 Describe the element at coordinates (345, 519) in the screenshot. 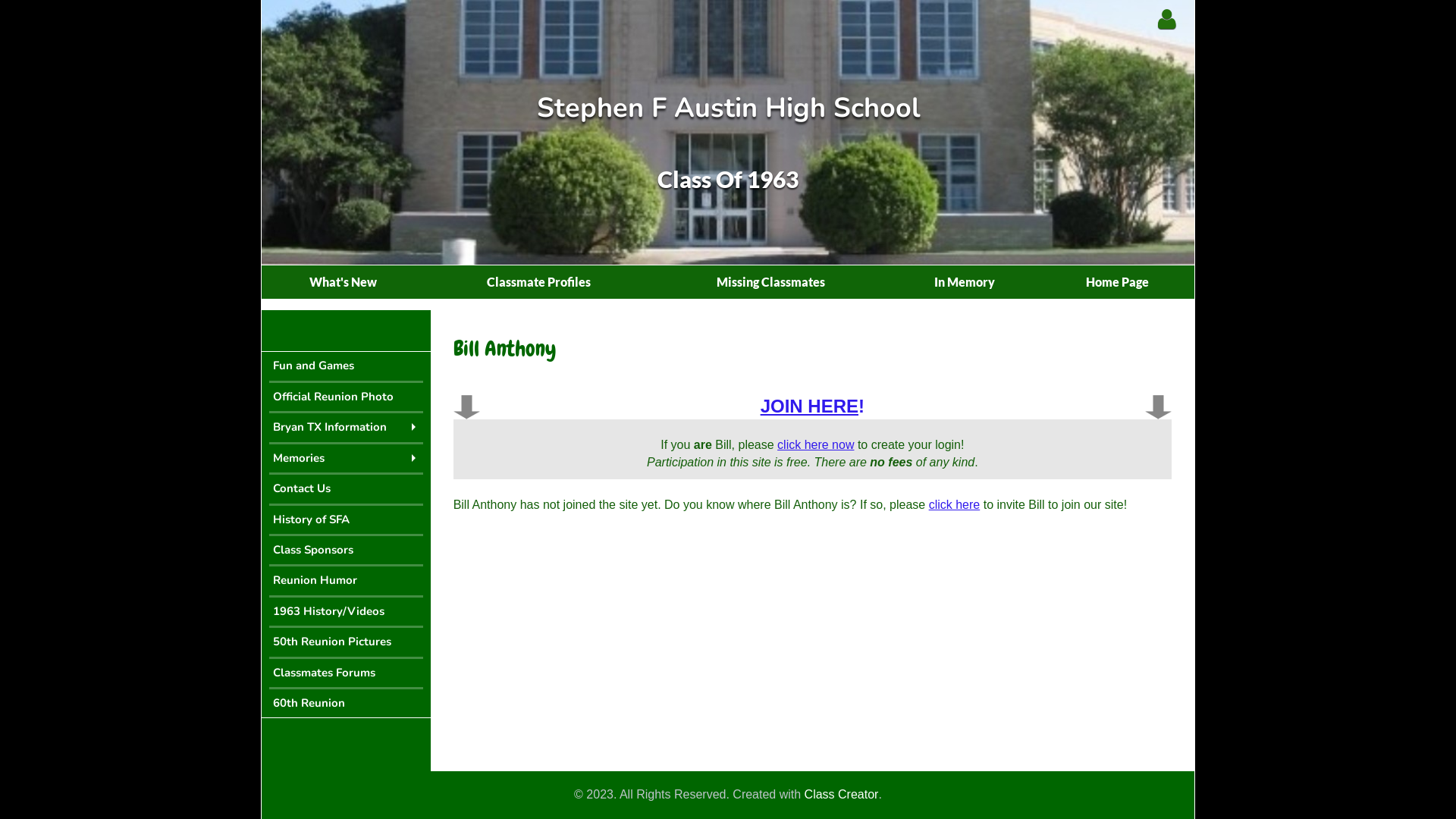

I see `'History of SFA'` at that location.